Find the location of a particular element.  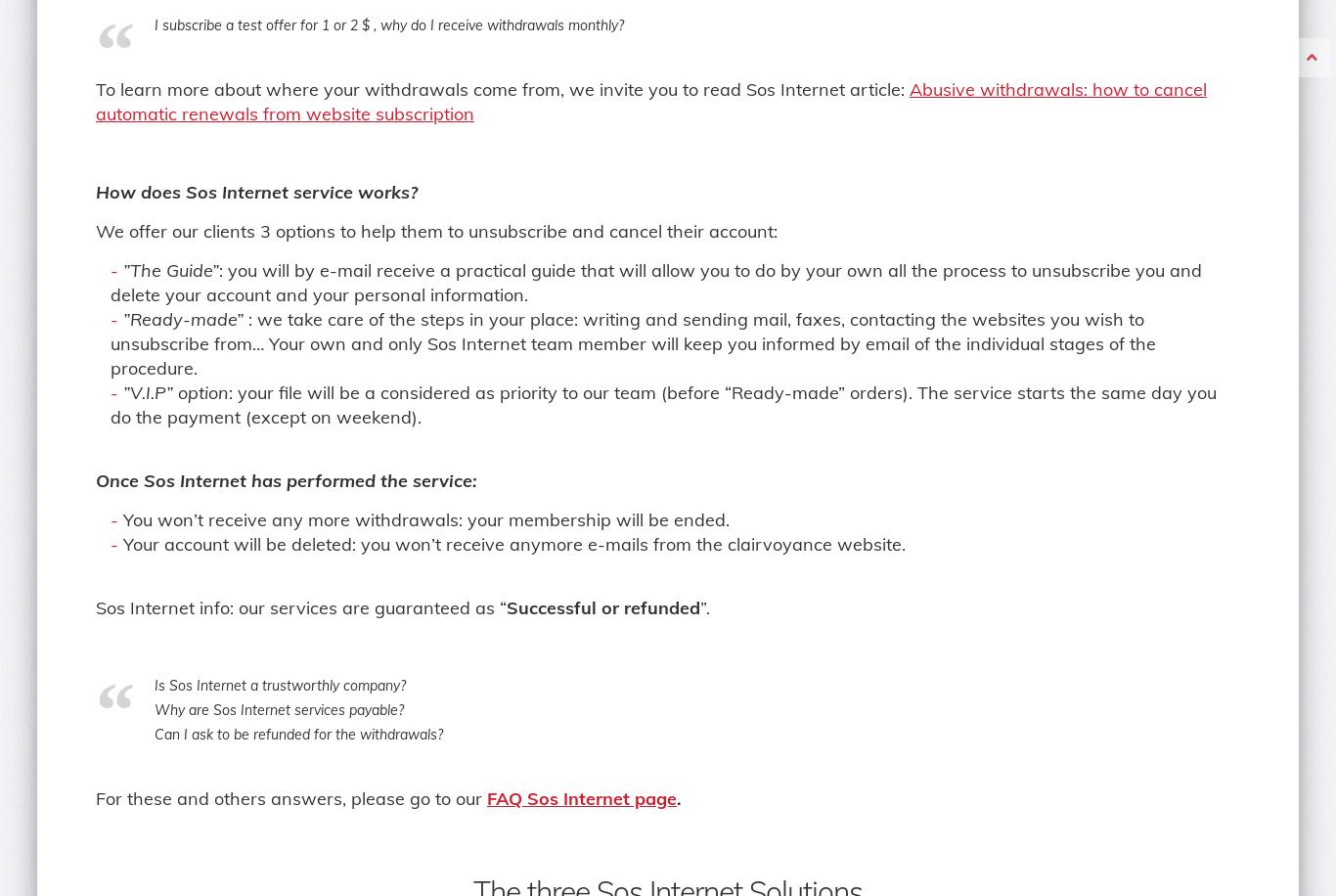

'”The Guide”' is located at coordinates (169, 270).